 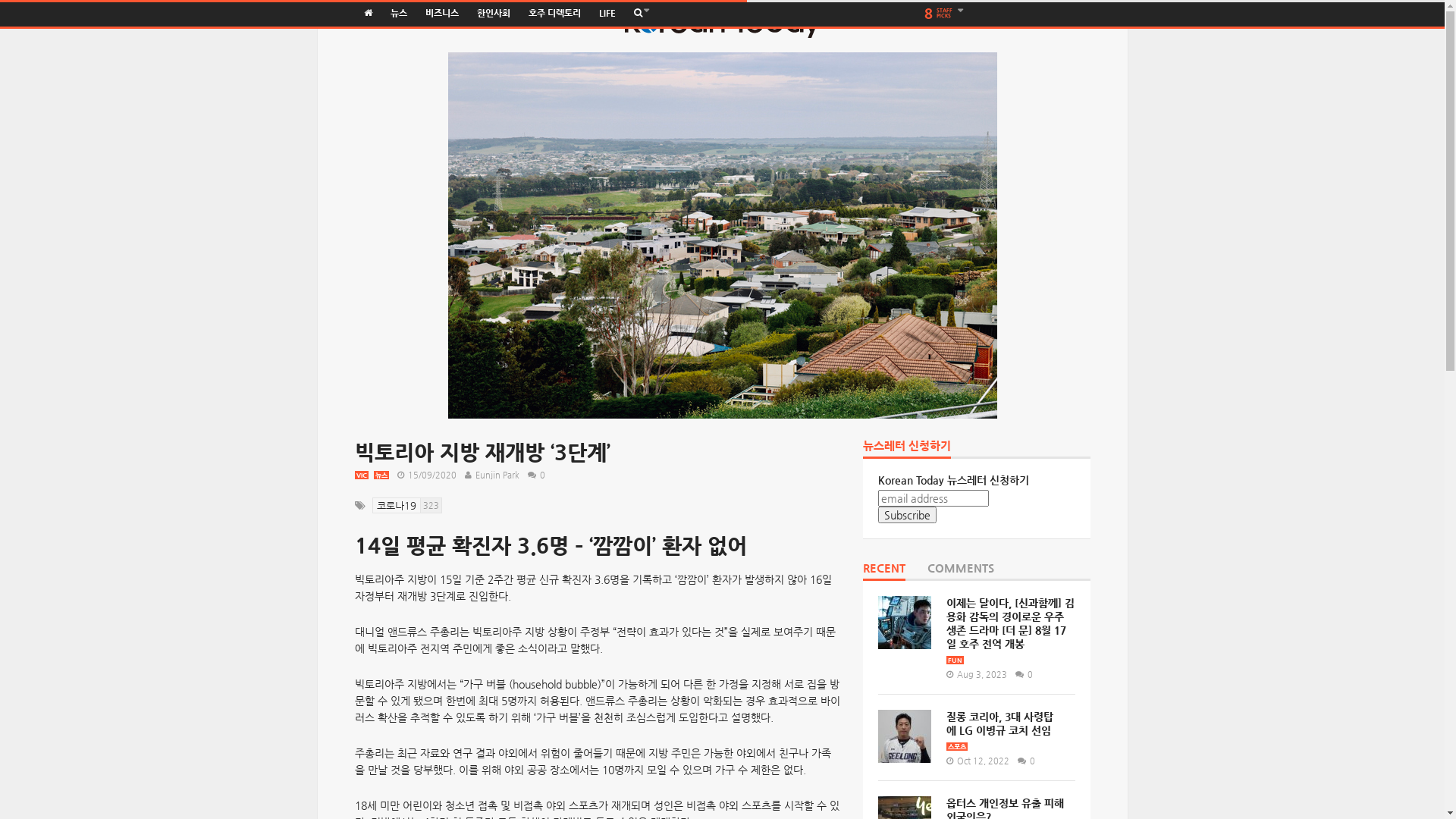 What do you see at coordinates (533, 474) in the screenshot?
I see `'0'` at bounding box center [533, 474].